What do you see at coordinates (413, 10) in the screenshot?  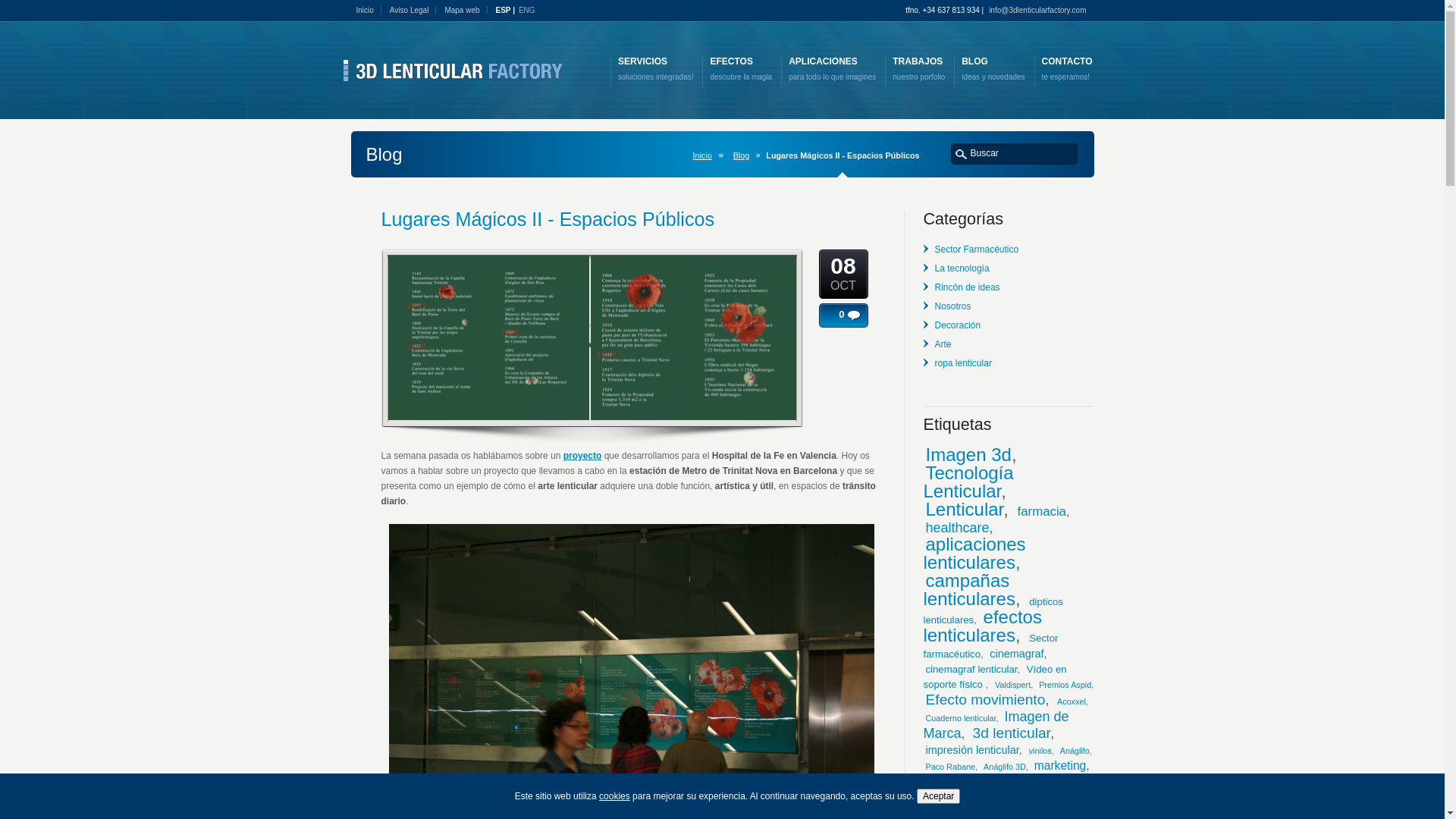 I see `'Aviso Legal'` at bounding box center [413, 10].